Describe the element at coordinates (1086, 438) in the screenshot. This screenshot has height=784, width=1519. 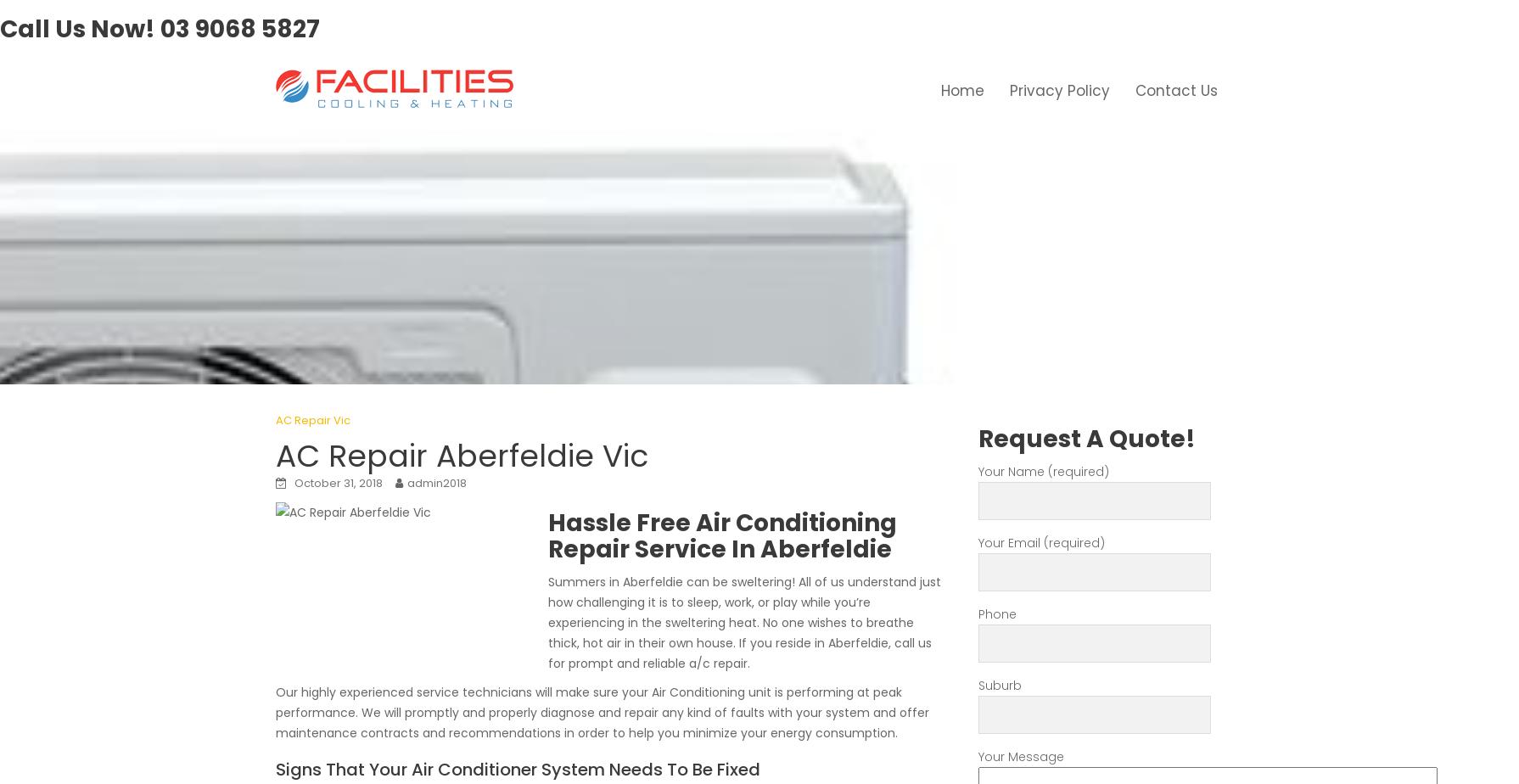
I see `'Request A Quote!'` at that location.